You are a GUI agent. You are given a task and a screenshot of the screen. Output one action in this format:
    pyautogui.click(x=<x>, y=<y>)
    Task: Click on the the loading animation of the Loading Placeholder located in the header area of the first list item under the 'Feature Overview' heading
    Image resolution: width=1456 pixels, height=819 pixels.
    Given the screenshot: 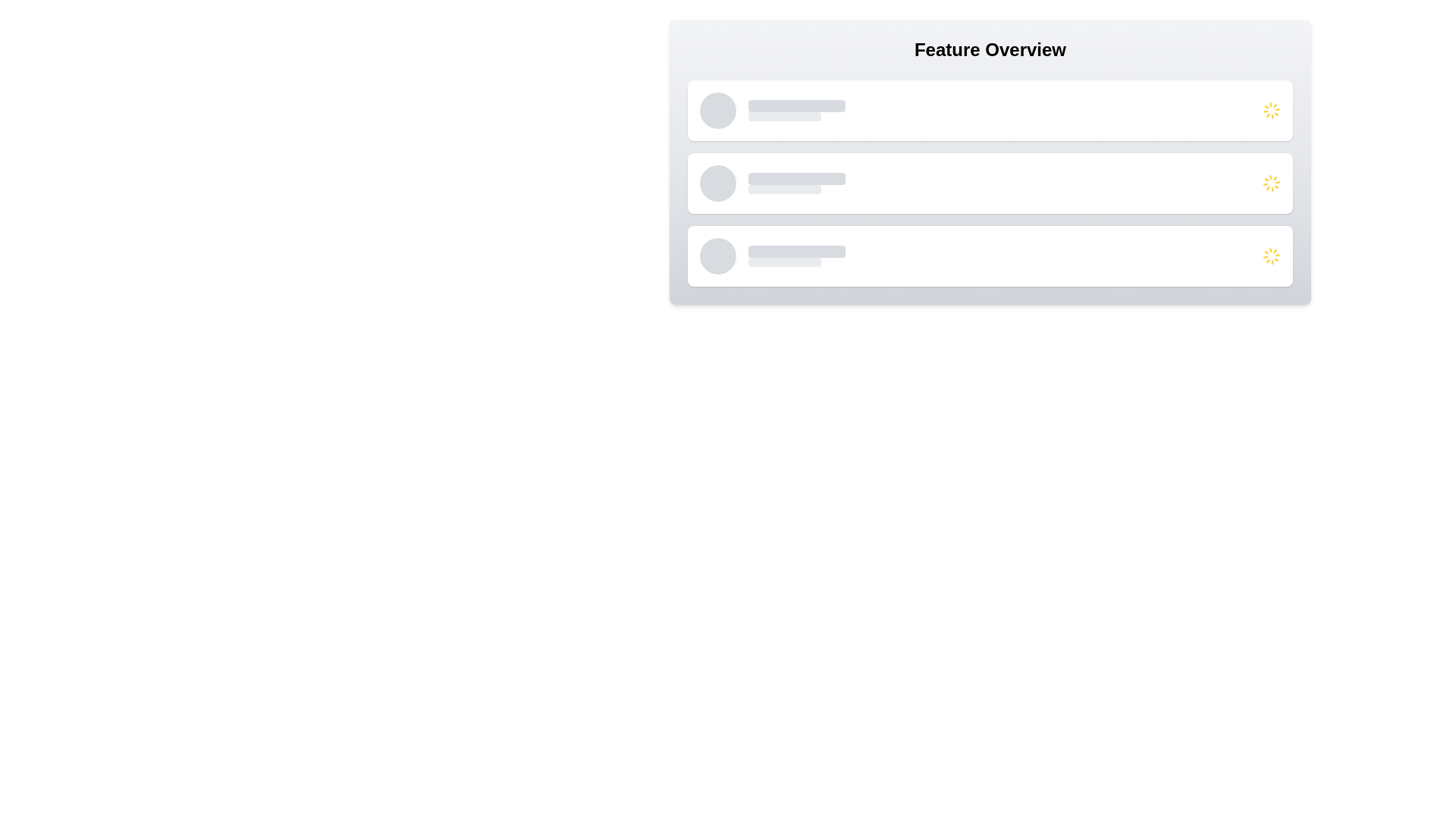 What is the action you would take?
    pyautogui.click(x=796, y=105)
    